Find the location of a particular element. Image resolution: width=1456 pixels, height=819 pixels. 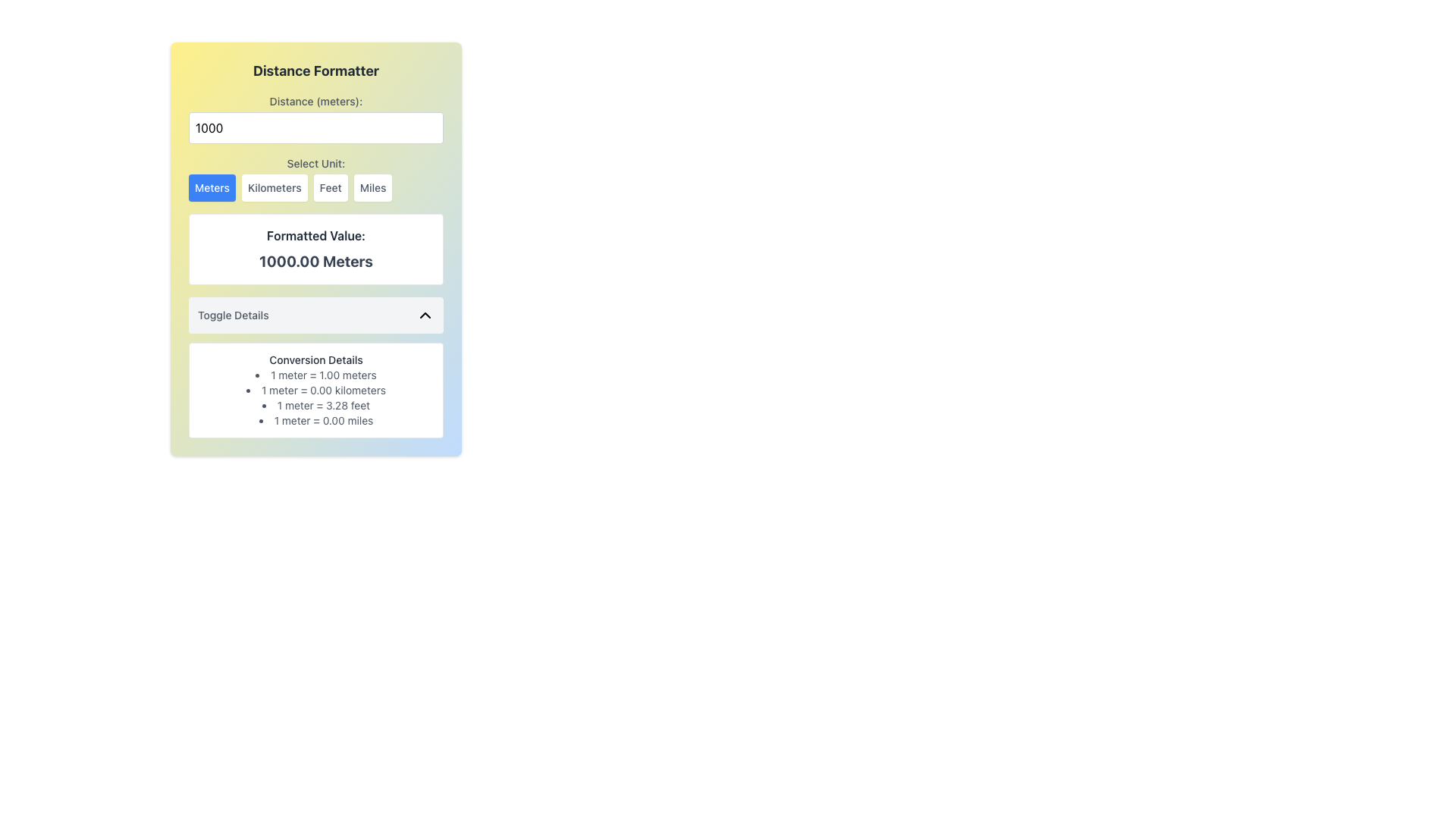

static text that states '1 meter = 0.00 miles', which is styled in a small gray font and is the fourth item in the bullet point list under 'Conversion Details' is located at coordinates (315, 421).